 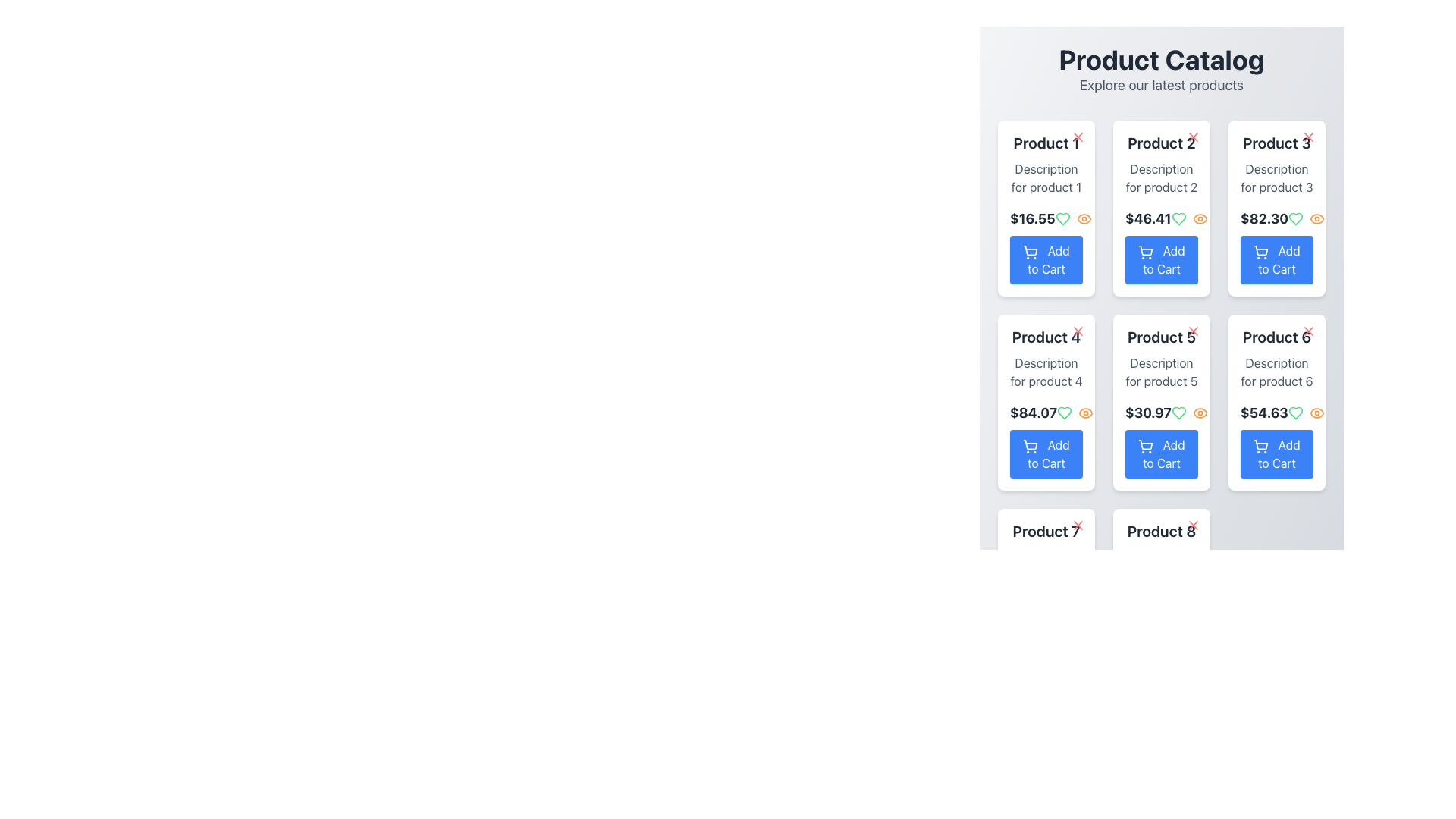 I want to click on the dismiss button located at the top-right corner of the card labeled 'Product 6', so click(x=1308, y=330).